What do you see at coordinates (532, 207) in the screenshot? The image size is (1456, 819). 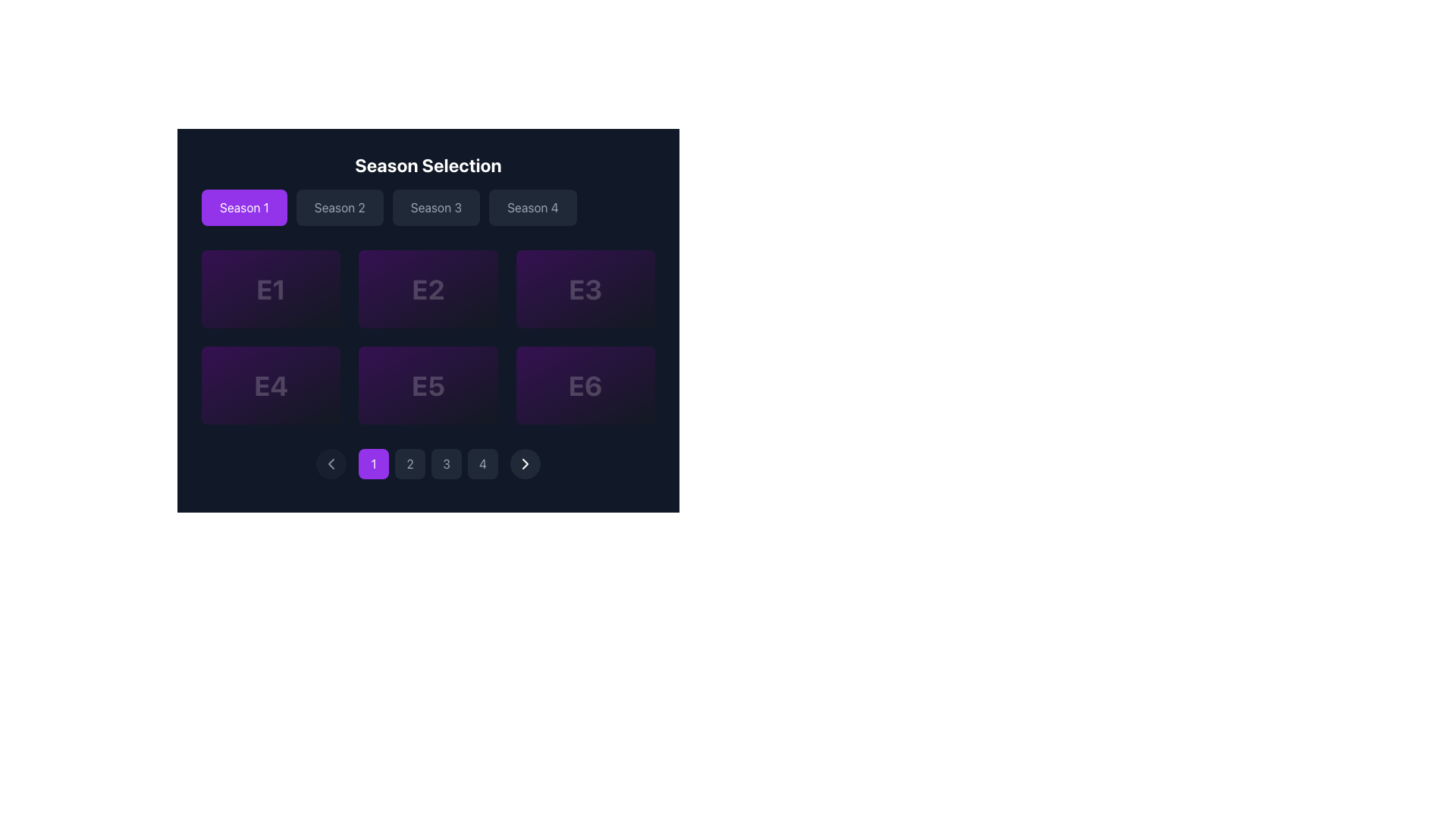 I see `the 'Season 4' button located under the 'Season Selection' title` at bounding box center [532, 207].